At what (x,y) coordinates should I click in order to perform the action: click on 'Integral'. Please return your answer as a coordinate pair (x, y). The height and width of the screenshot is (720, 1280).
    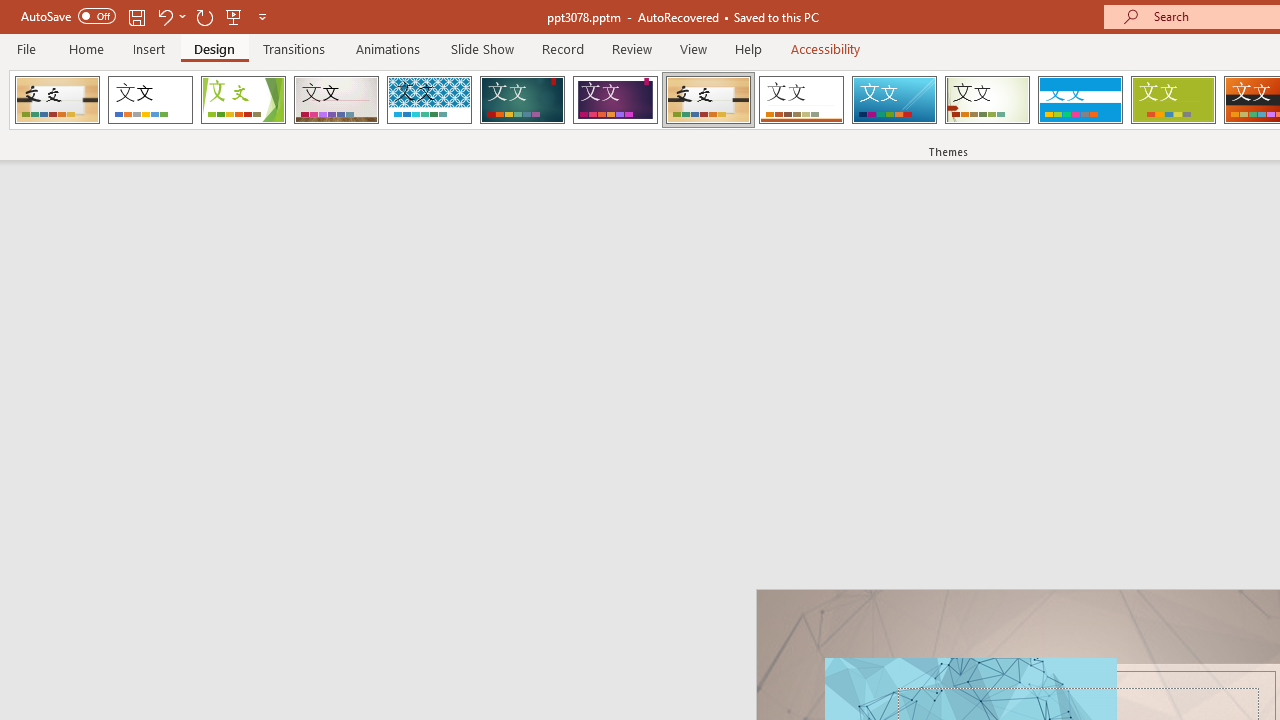
    Looking at the image, I should click on (428, 100).